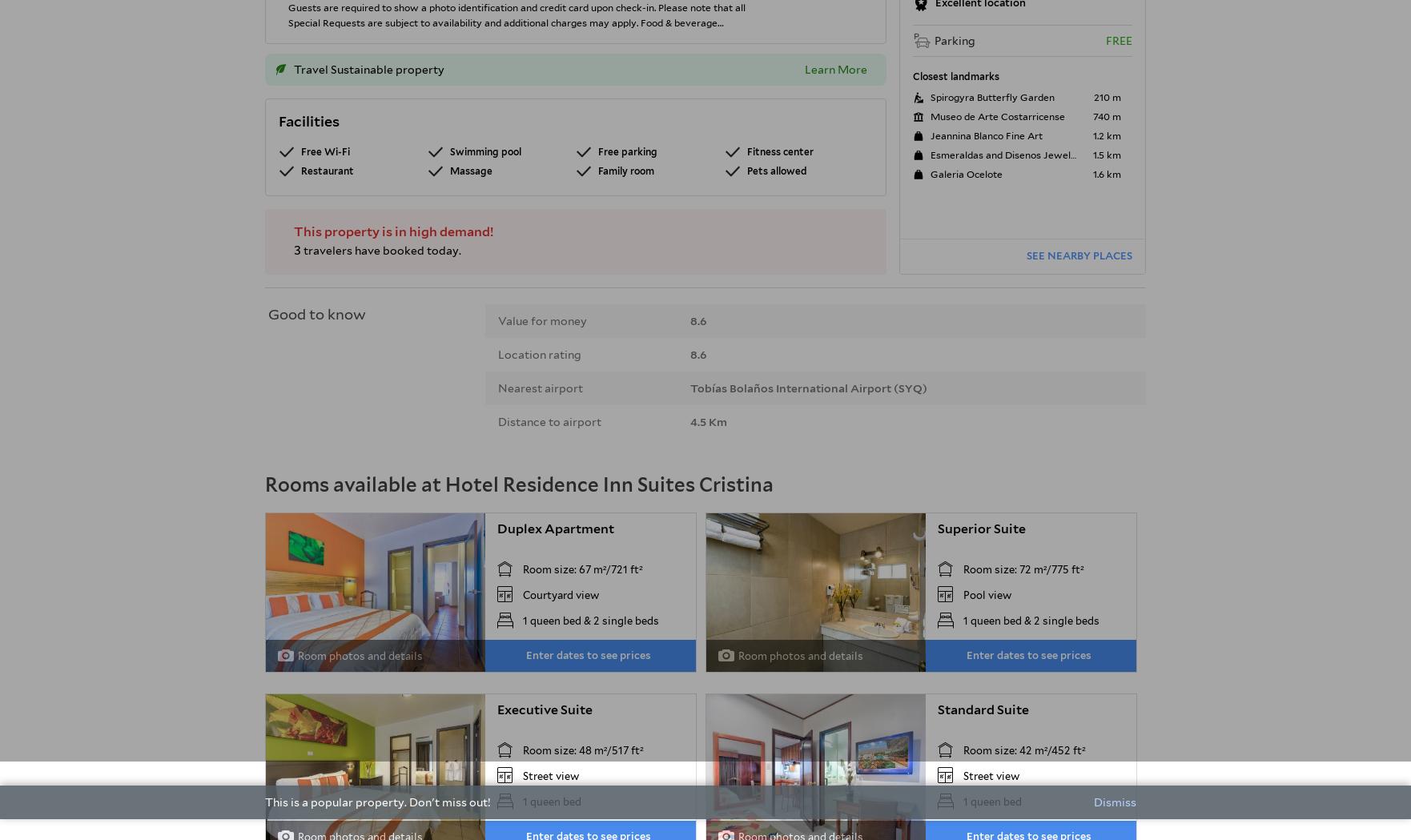 This screenshot has height=840, width=1411. I want to click on 'Swimming pool', so click(484, 151).